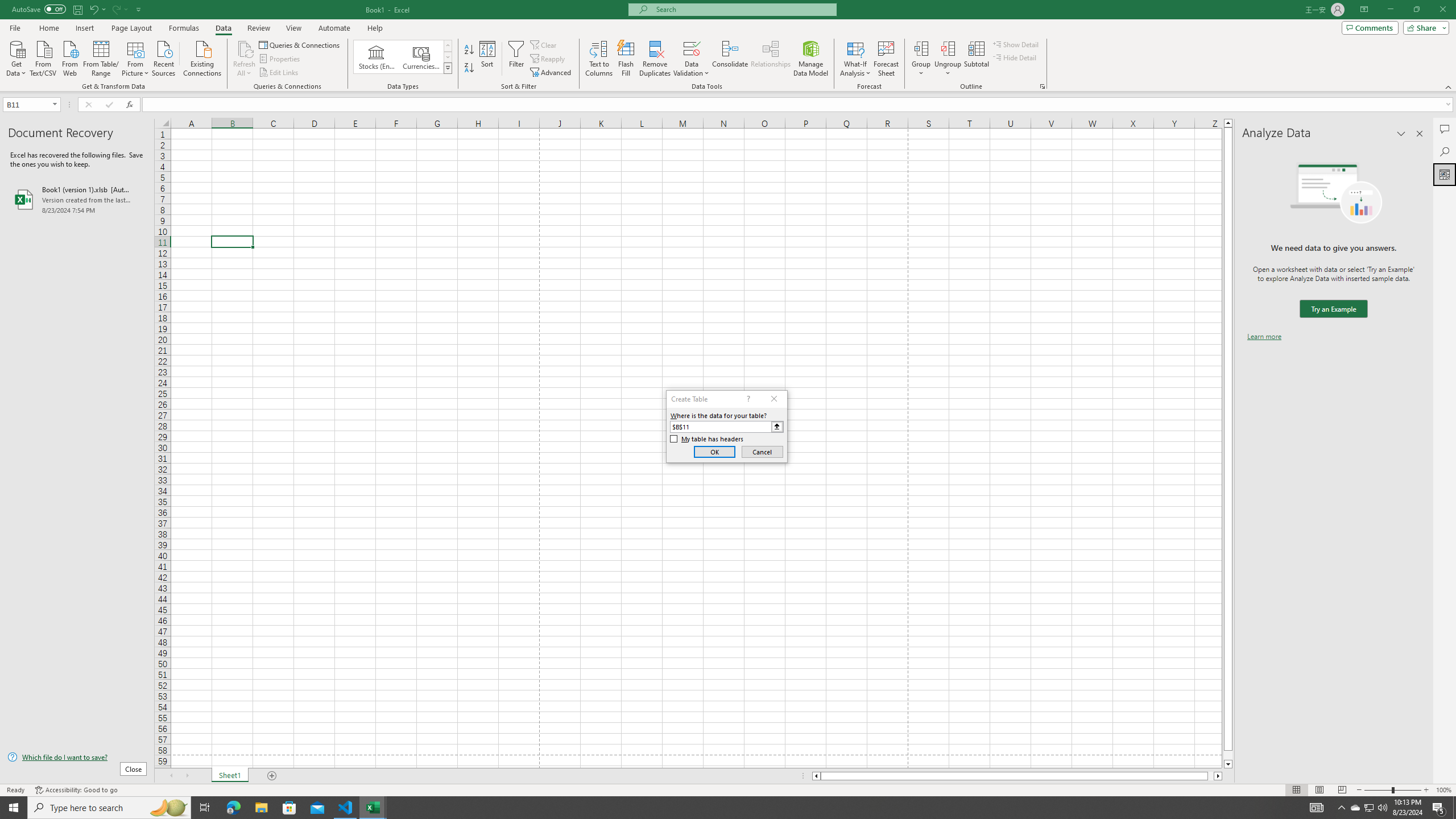 This screenshot has width=1456, height=819. What do you see at coordinates (1401, 133) in the screenshot?
I see `'Task Pane Options'` at bounding box center [1401, 133].